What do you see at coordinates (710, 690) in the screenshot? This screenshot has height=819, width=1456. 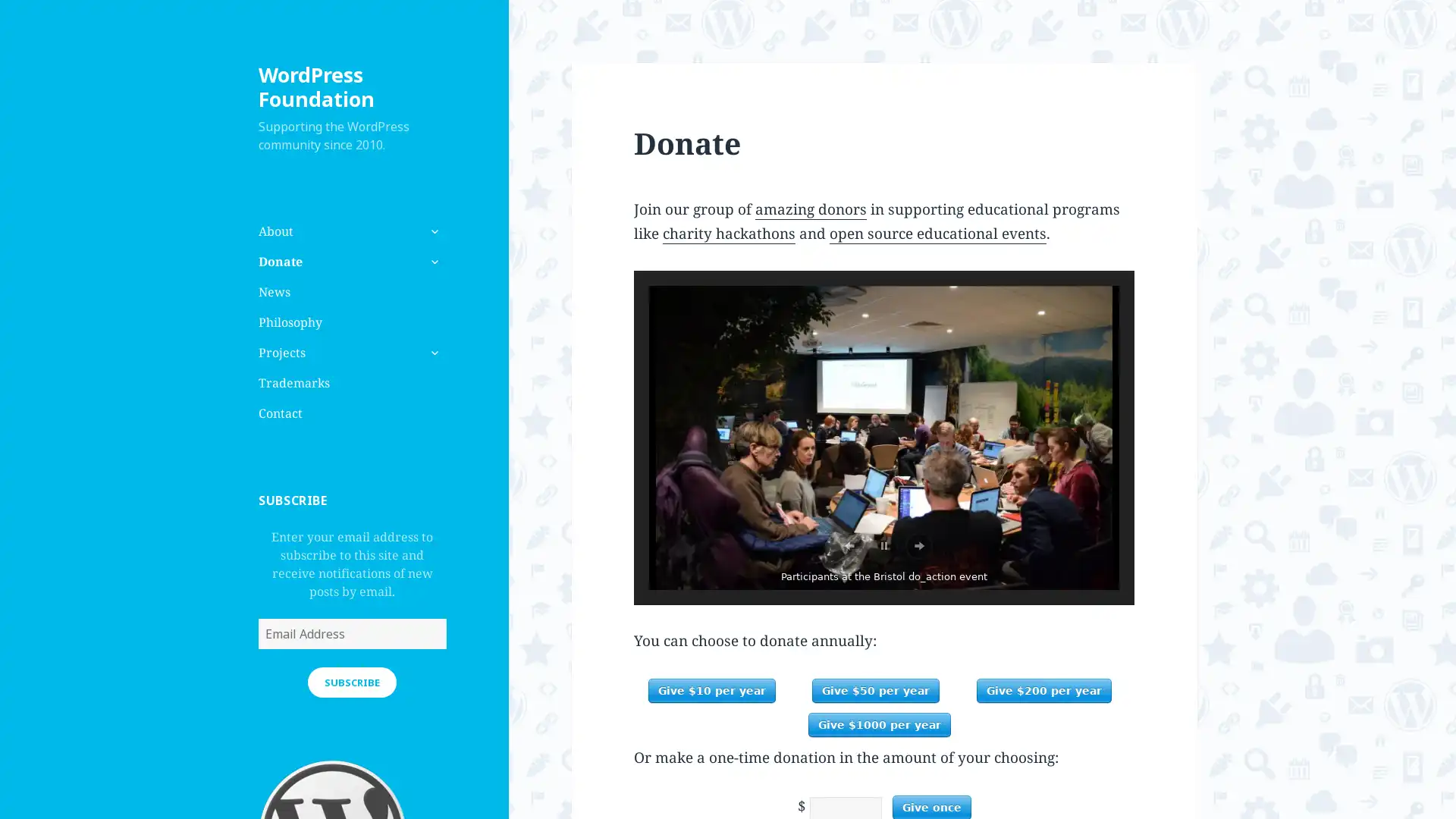 I see `Give $10 per year` at bounding box center [710, 690].